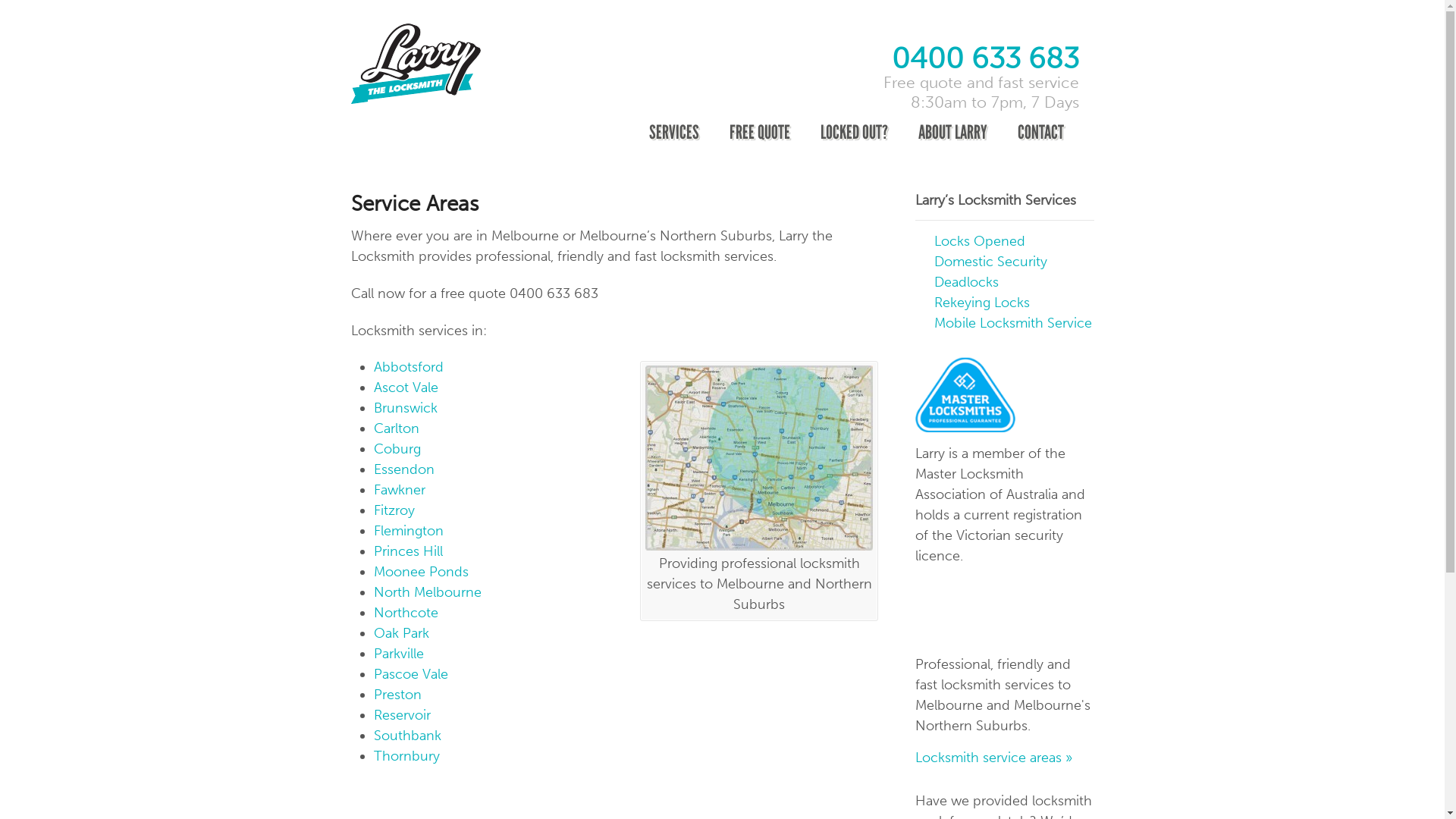 This screenshot has width=1456, height=819. What do you see at coordinates (405, 386) in the screenshot?
I see `'Ascot Vale'` at bounding box center [405, 386].